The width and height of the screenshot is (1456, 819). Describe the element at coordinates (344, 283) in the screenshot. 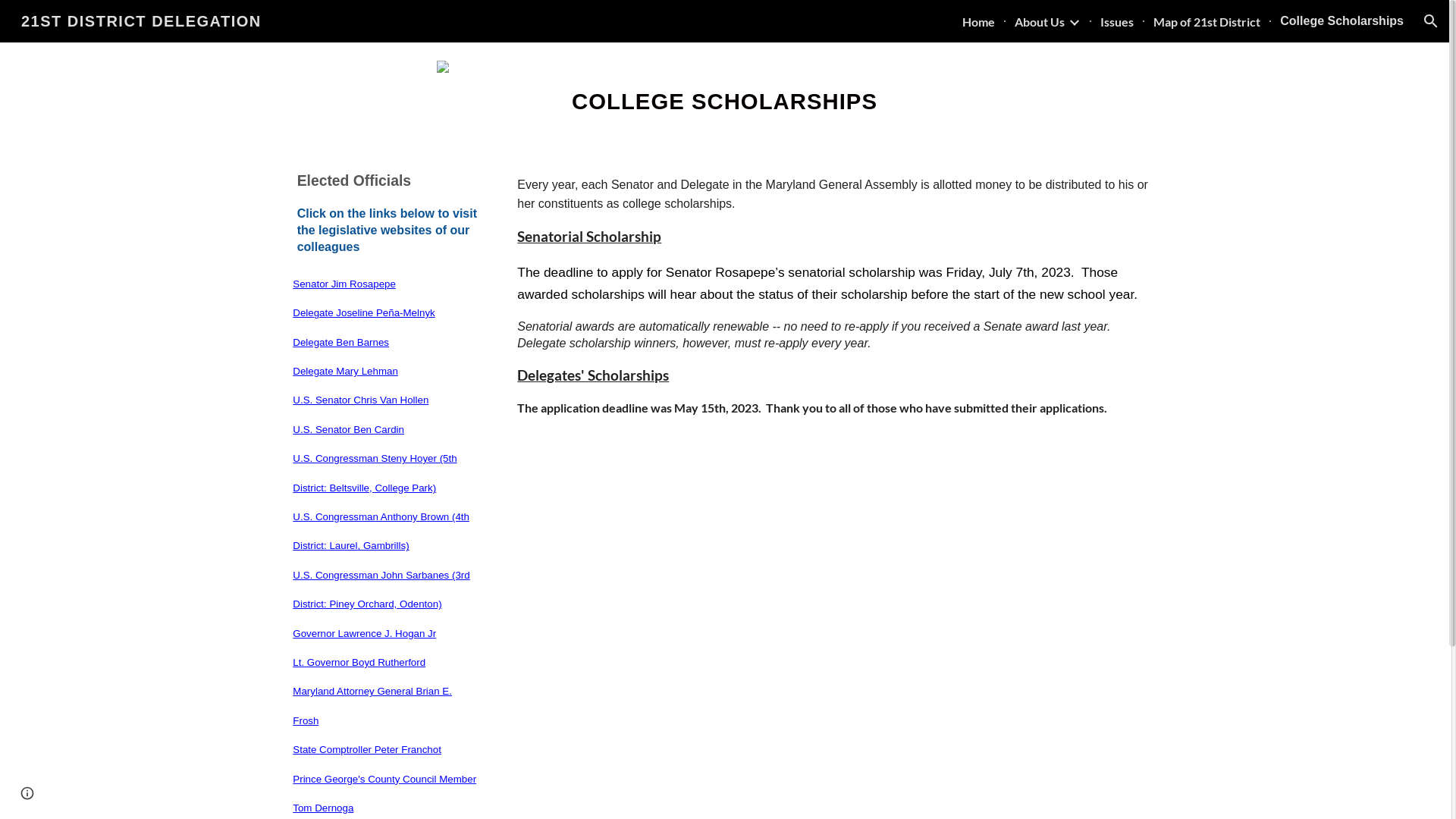

I see `'Senator Jim Rosapepe'` at that location.